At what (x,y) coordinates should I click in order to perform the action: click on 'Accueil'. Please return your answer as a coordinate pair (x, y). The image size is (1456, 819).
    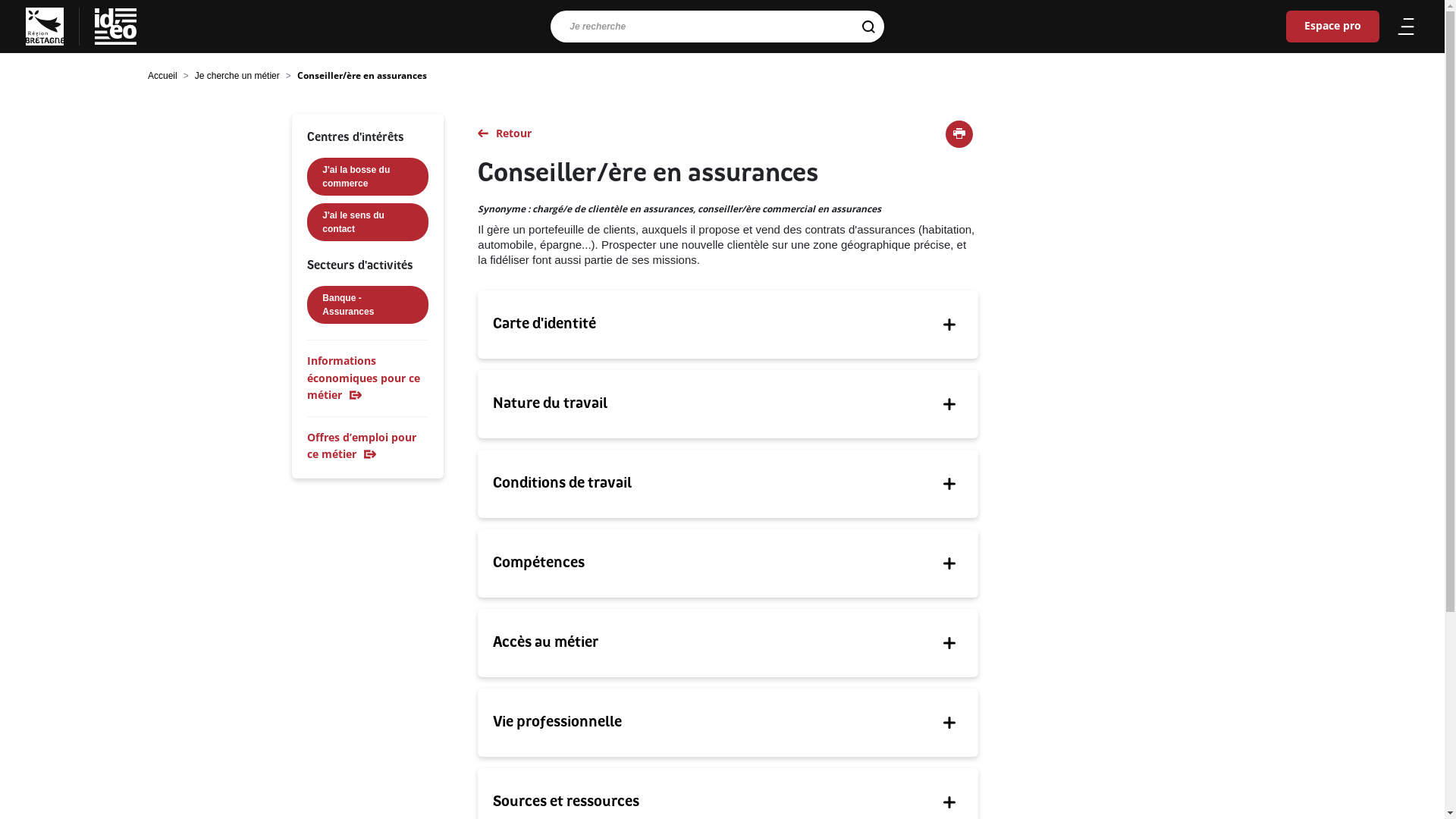
    Looking at the image, I should click on (162, 76).